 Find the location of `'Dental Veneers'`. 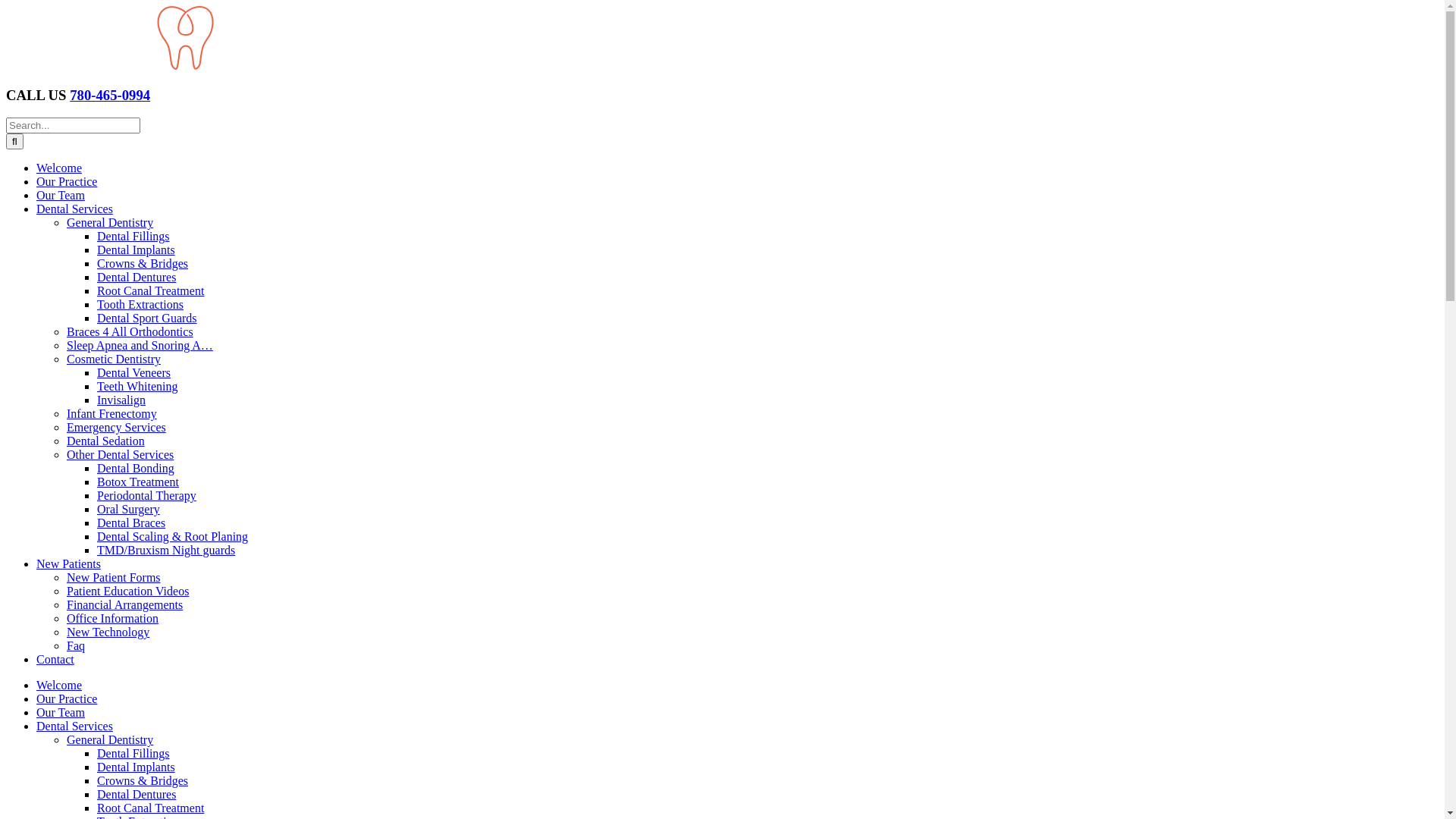

'Dental Veneers' is located at coordinates (133, 372).